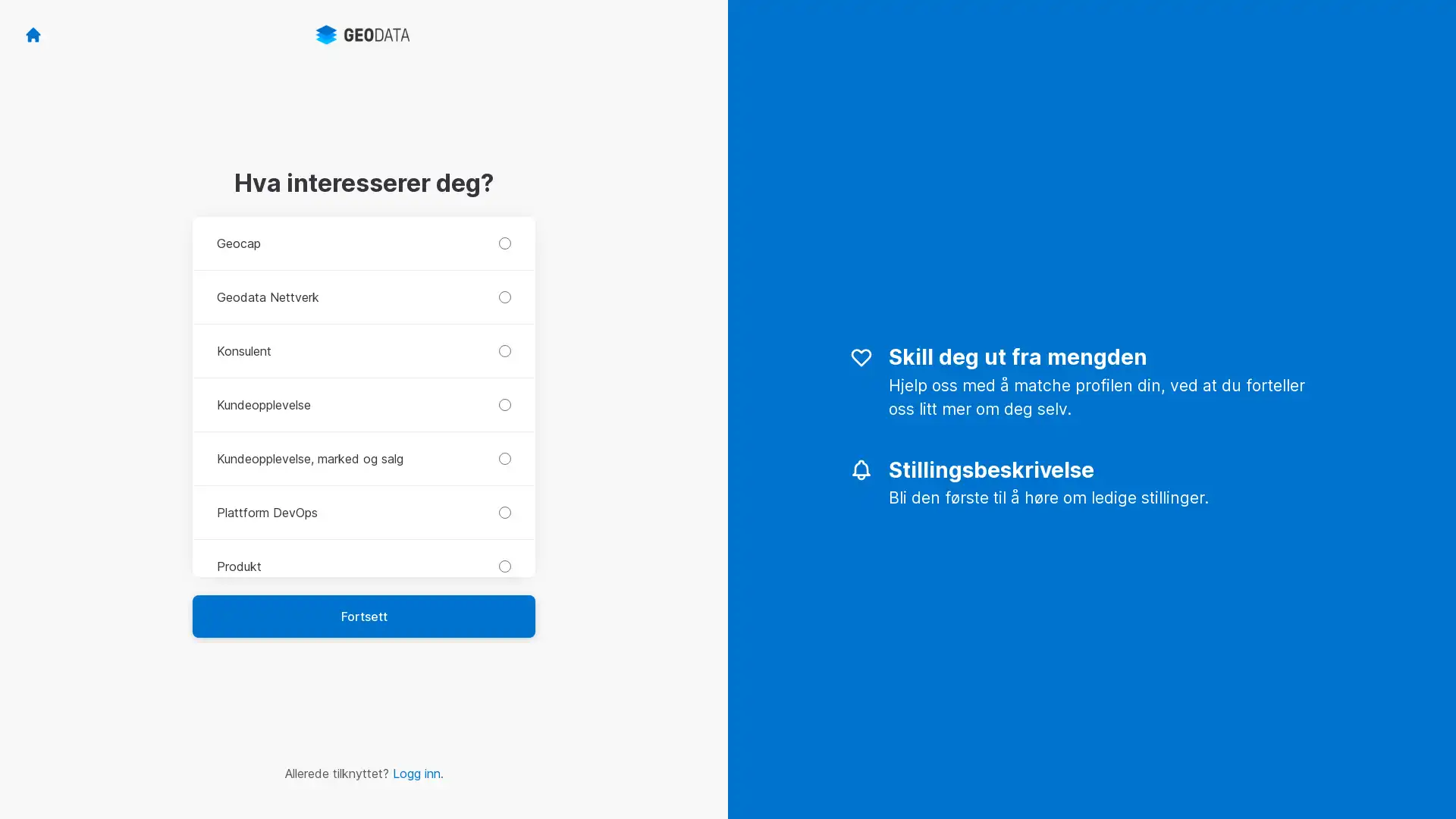 Image resolution: width=1456 pixels, height=819 pixels. I want to click on Preferanser for informasjonskapsler, so click(1285, 736).